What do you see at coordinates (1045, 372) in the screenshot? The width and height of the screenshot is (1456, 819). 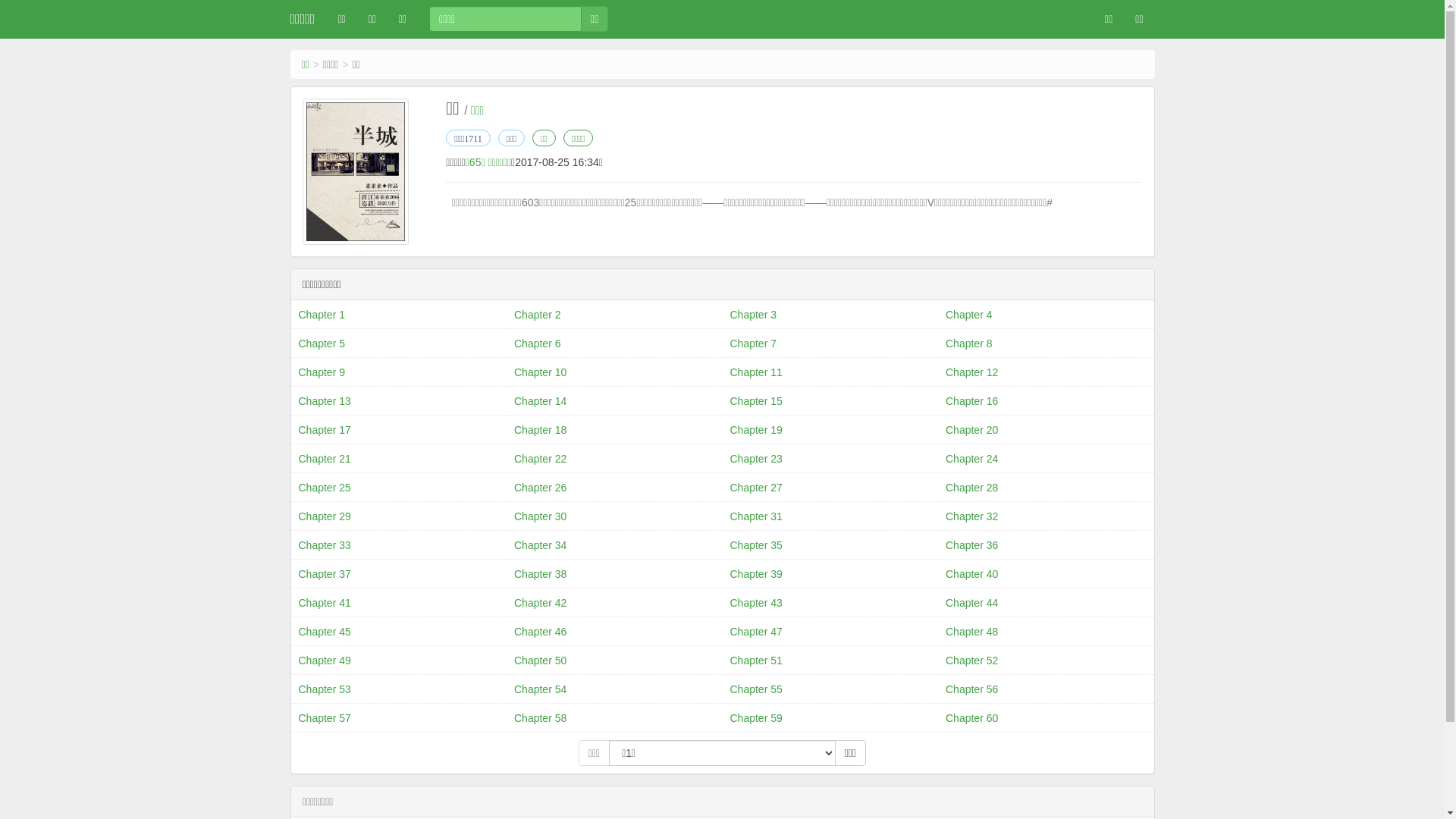 I see `'Chapter 12'` at bounding box center [1045, 372].